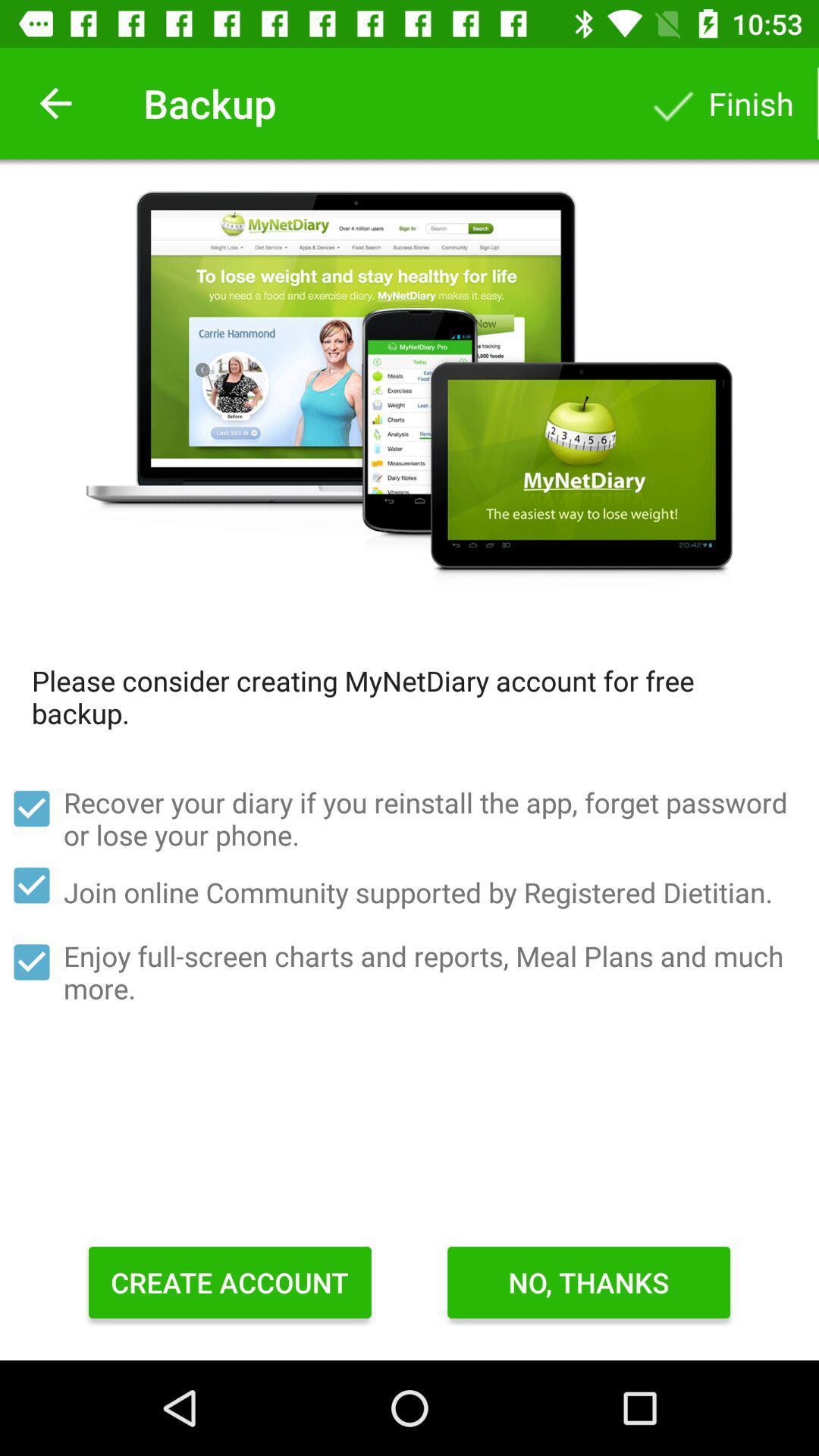 The image size is (819, 1456). What do you see at coordinates (55, 102) in the screenshot?
I see `icon to the left of backup` at bounding box center [55, 102].